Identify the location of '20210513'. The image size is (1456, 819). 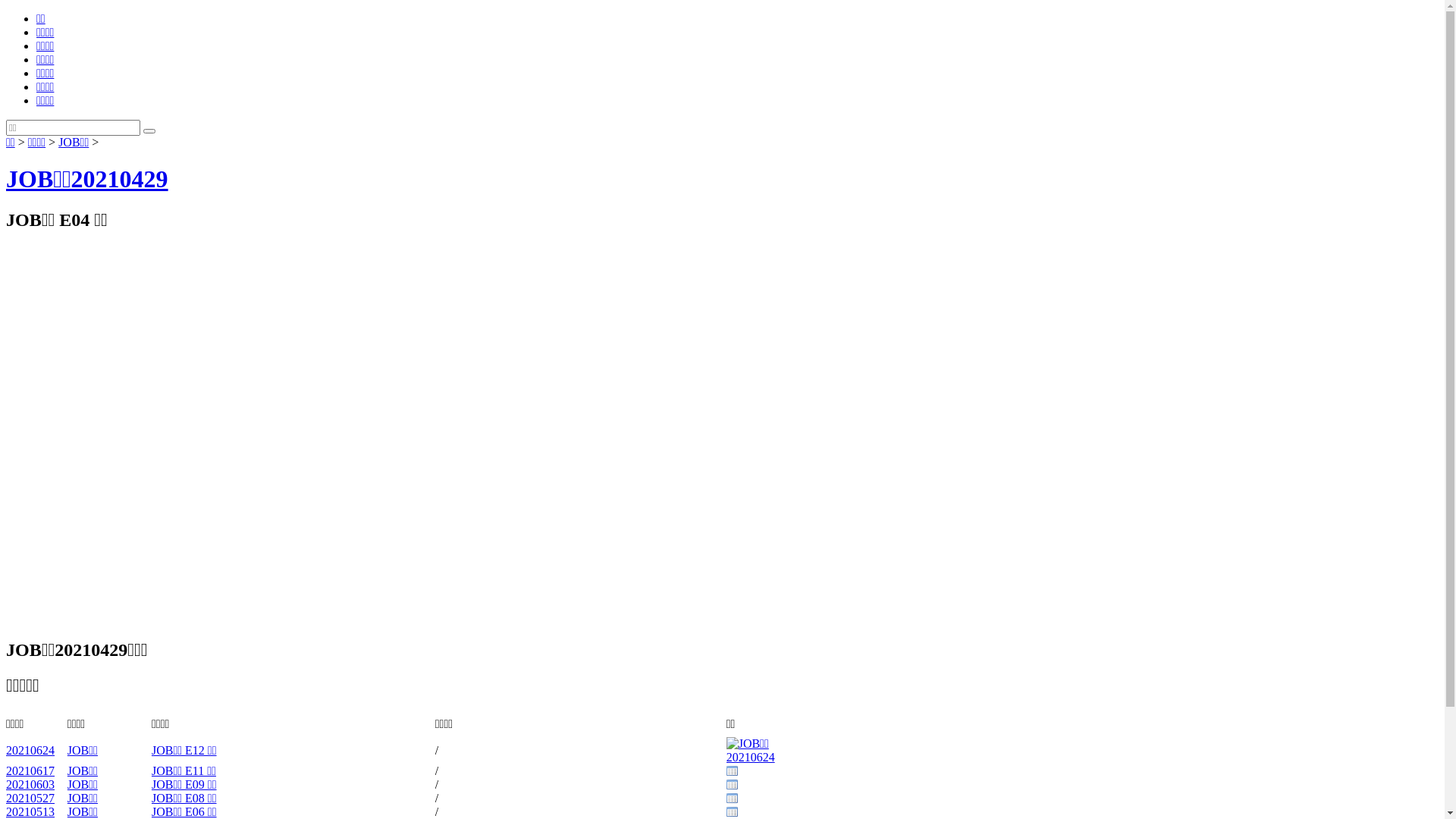
(30, 811).